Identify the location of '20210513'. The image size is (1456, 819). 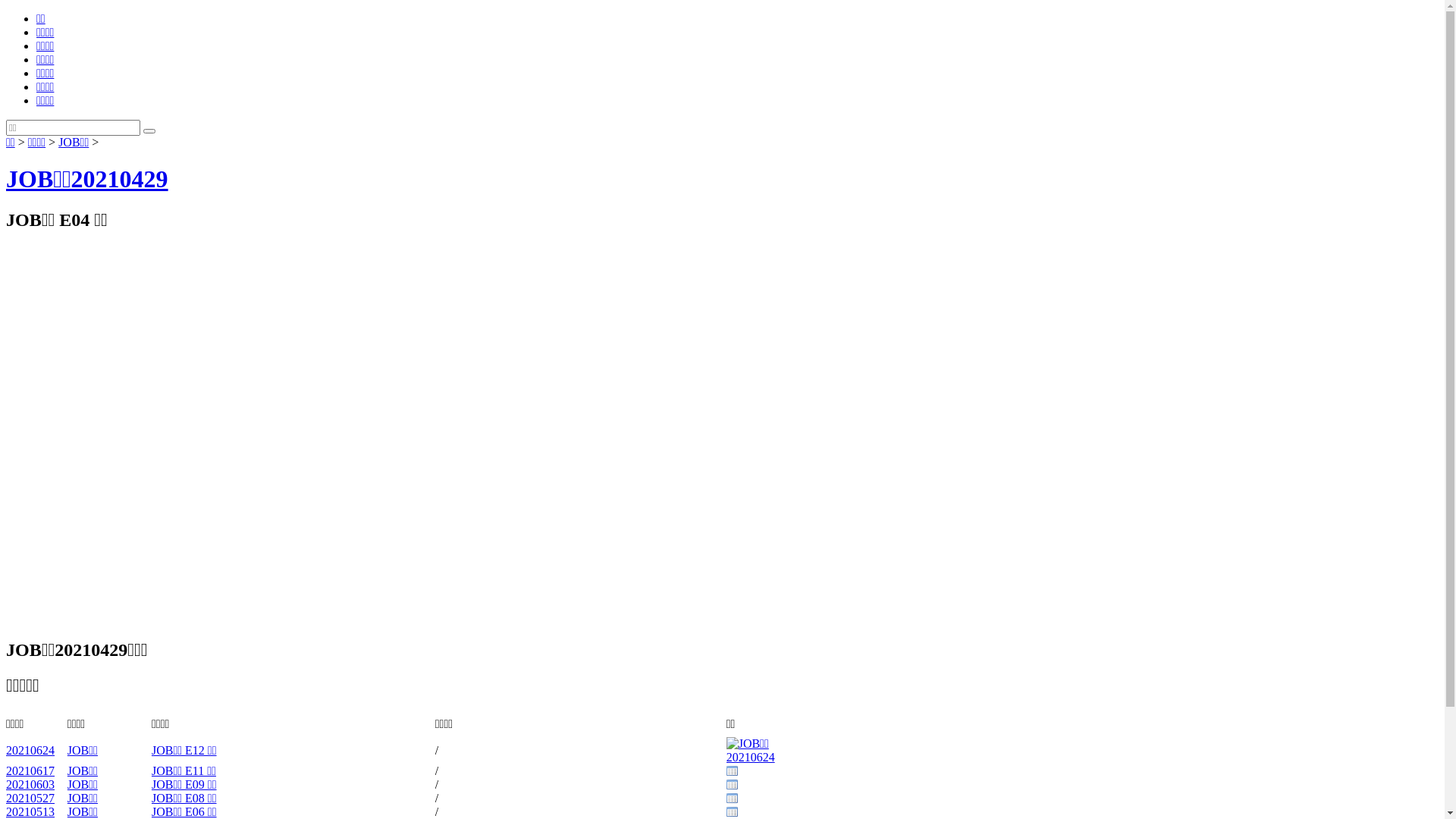
(30, 811).